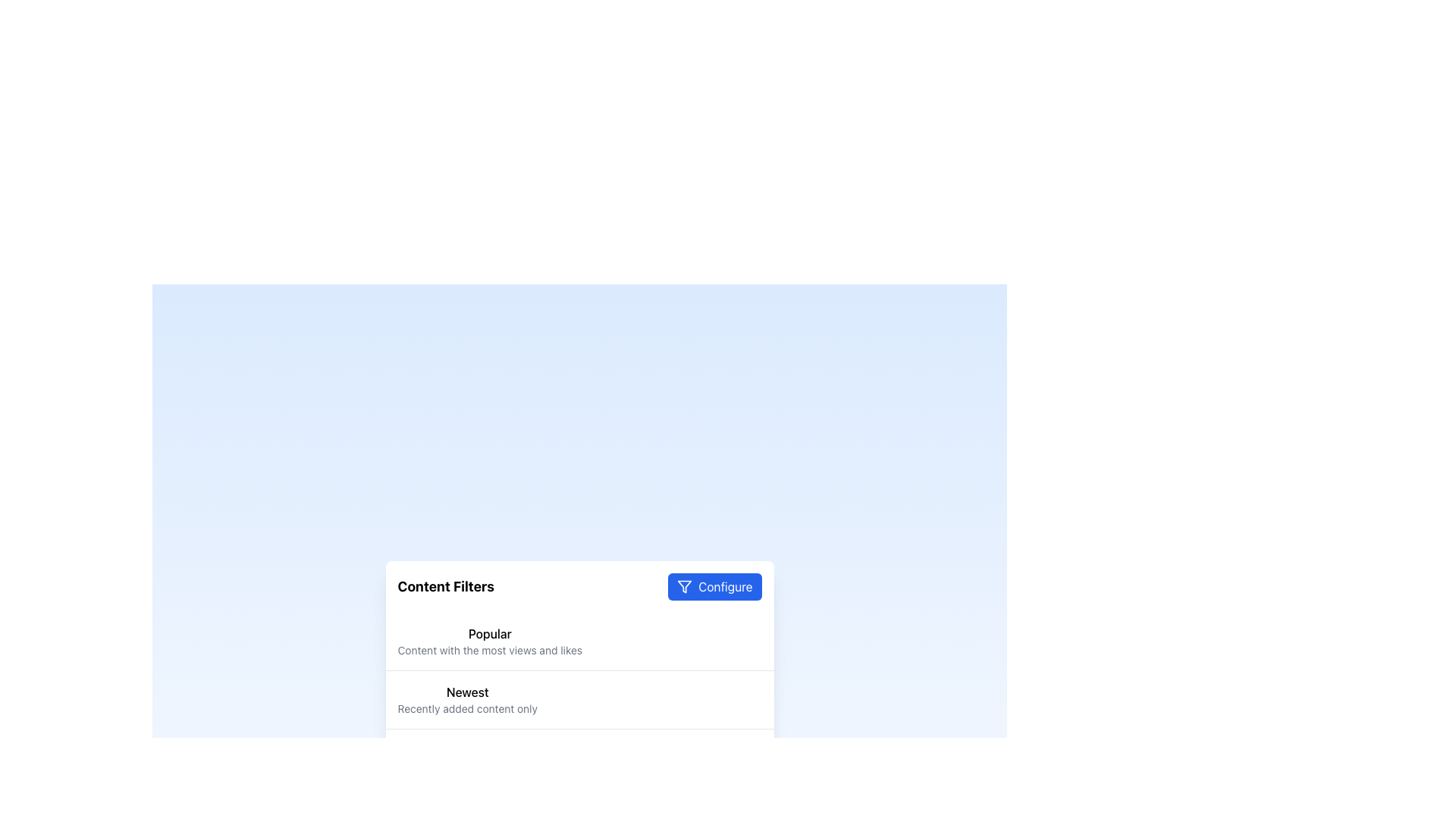  I want to click on the text label element reading 'Recently added content only' which is styled in a small gray font and located below the 'Newest' label in the content filtering options, so click(466, 708).